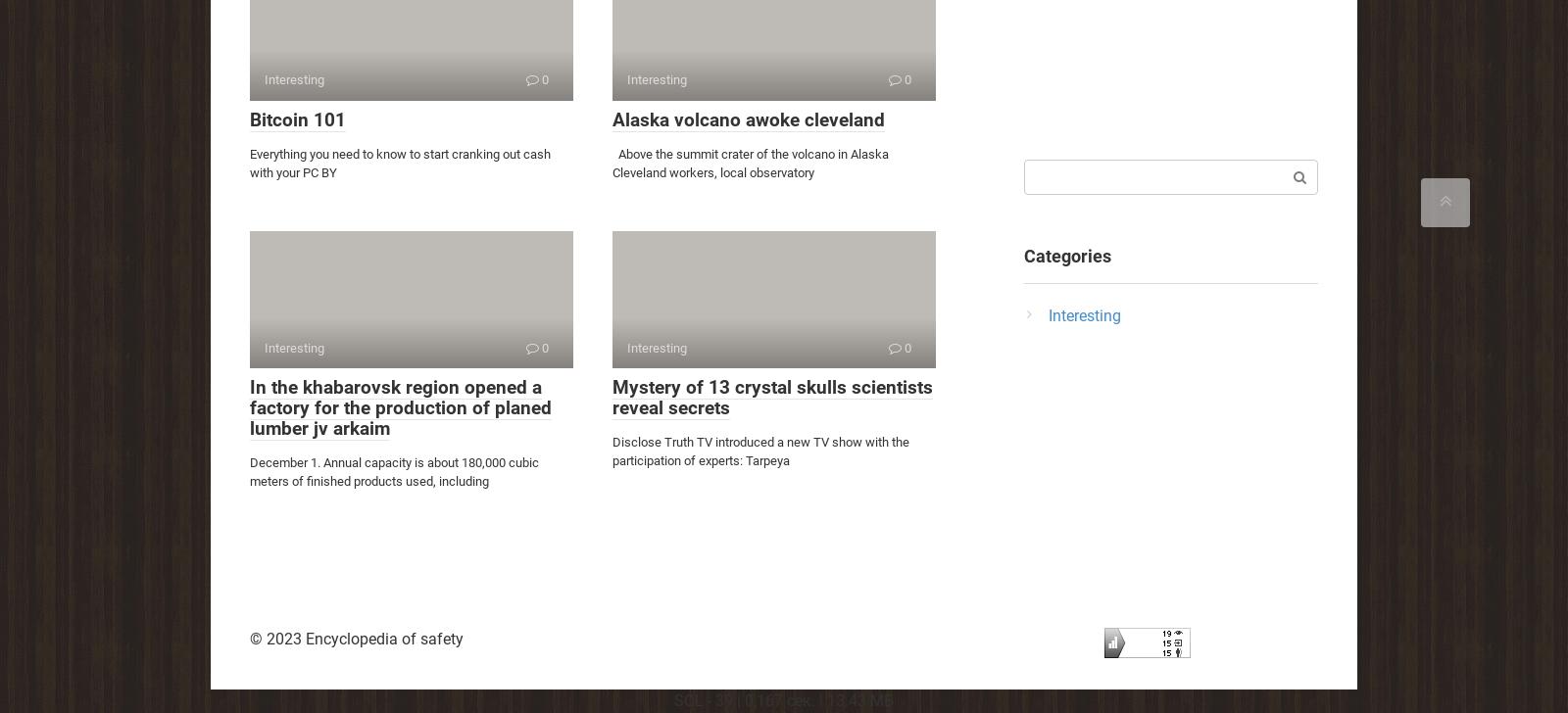 This screenshot has height=713, width=1568. What do you see at coordinates (393, 471) in the screenshot?
I see `'December 1. Annual capacity is about 180,000 cubic meters of finished products used, including'` at bounding box center [393, 471].